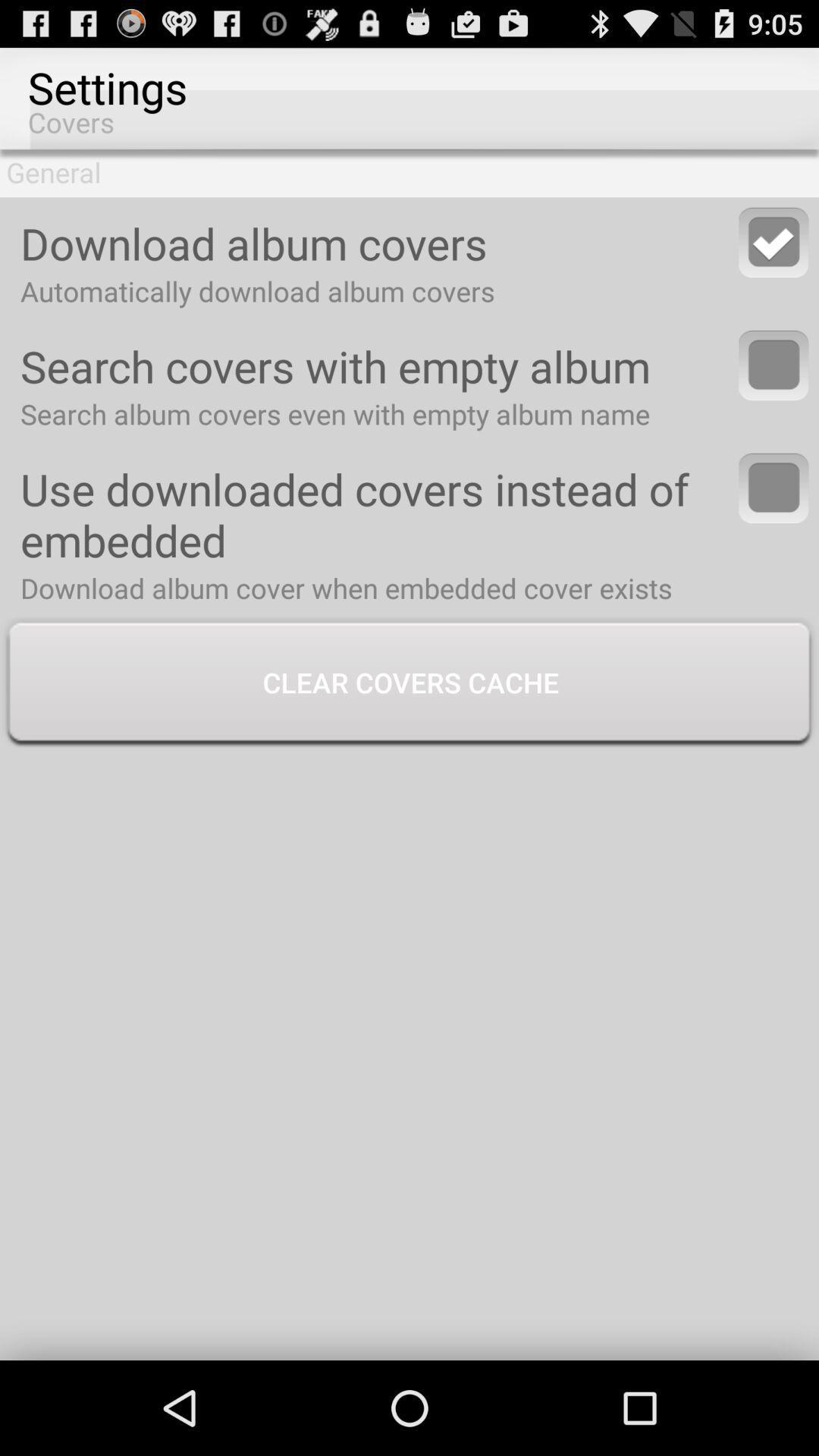  I want to click on option to search covers with empty album, so click(773, 365).